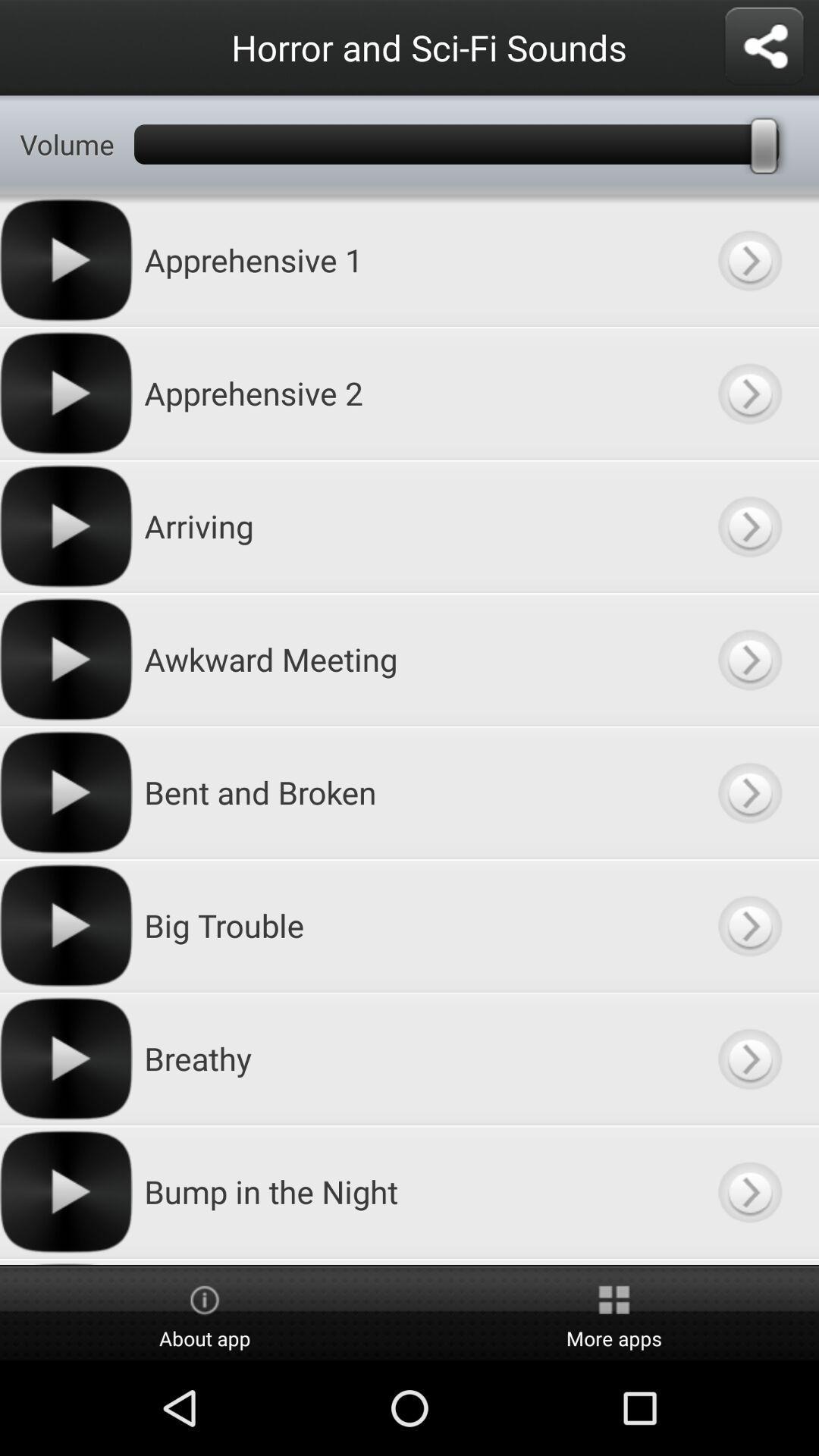  Describe the element at coordinates (748, 659) in the screenshot. I see `more information` at that location.